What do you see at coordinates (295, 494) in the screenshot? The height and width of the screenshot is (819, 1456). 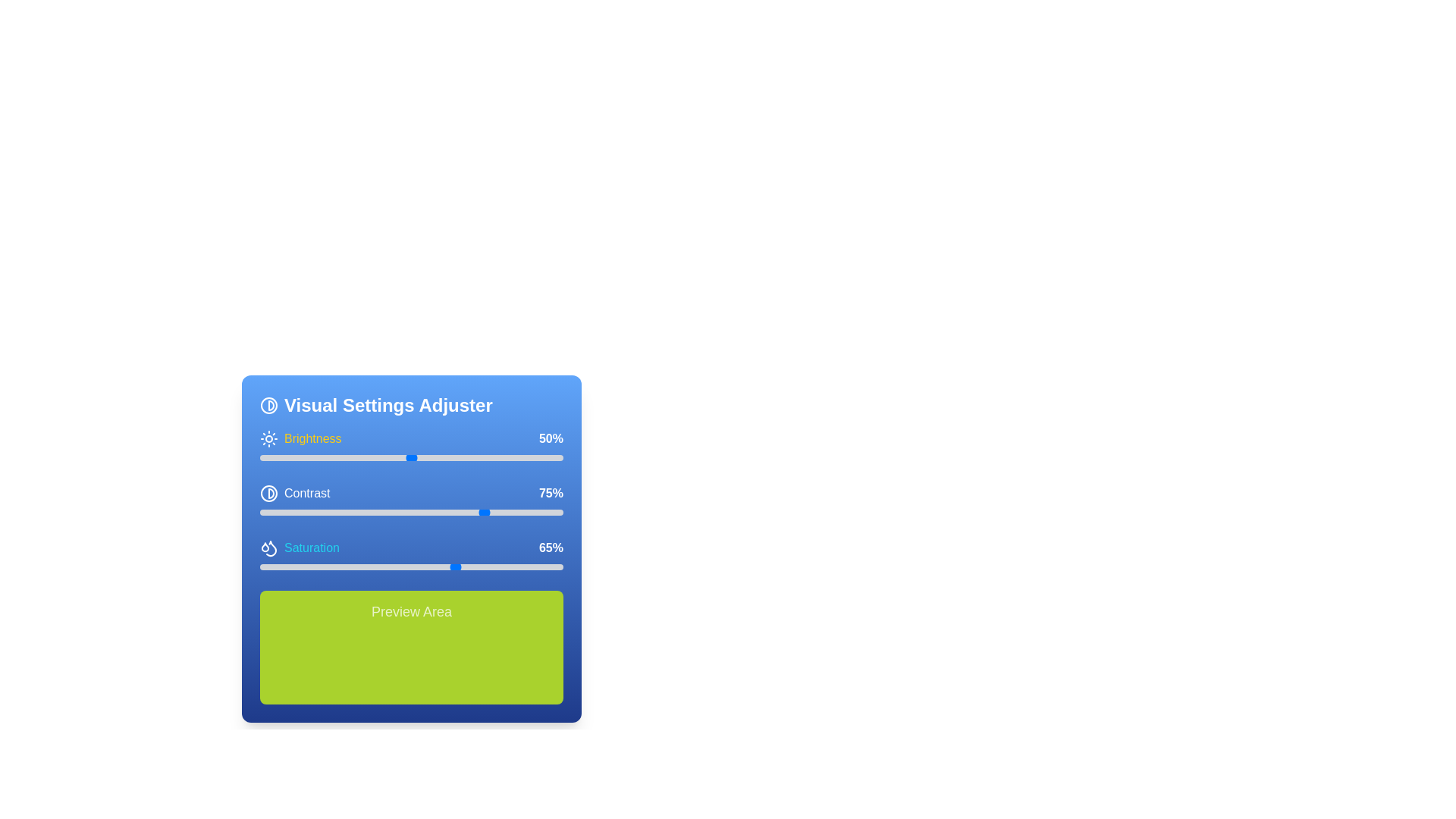 I see `the 'Contrast' Label, which displays the text 'Contrast' in medium font weight and white color, located in the second row of the layout` at bounding box center [295, 494].